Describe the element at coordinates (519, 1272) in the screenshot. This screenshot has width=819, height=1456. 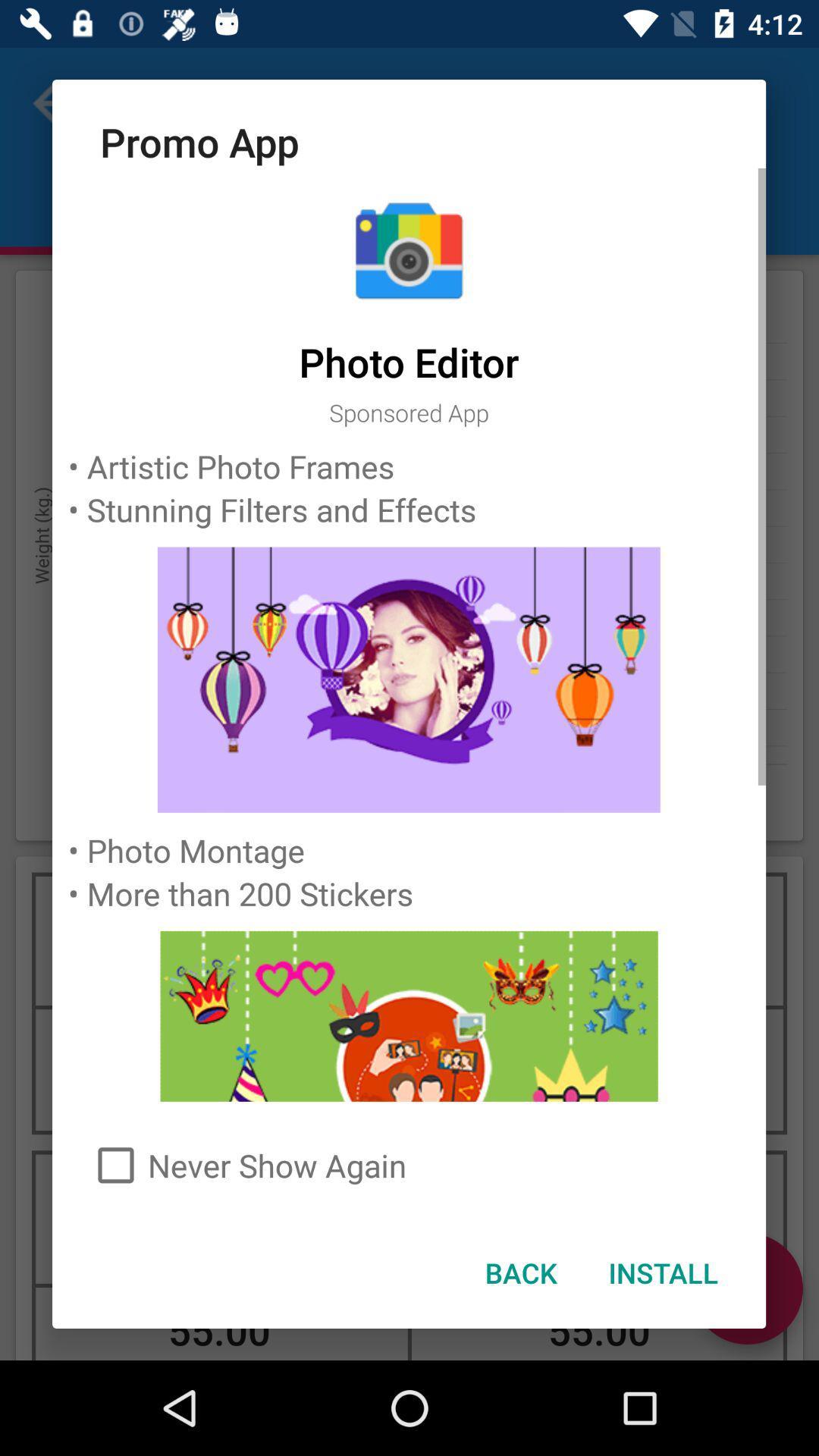
I see `back` at that location.